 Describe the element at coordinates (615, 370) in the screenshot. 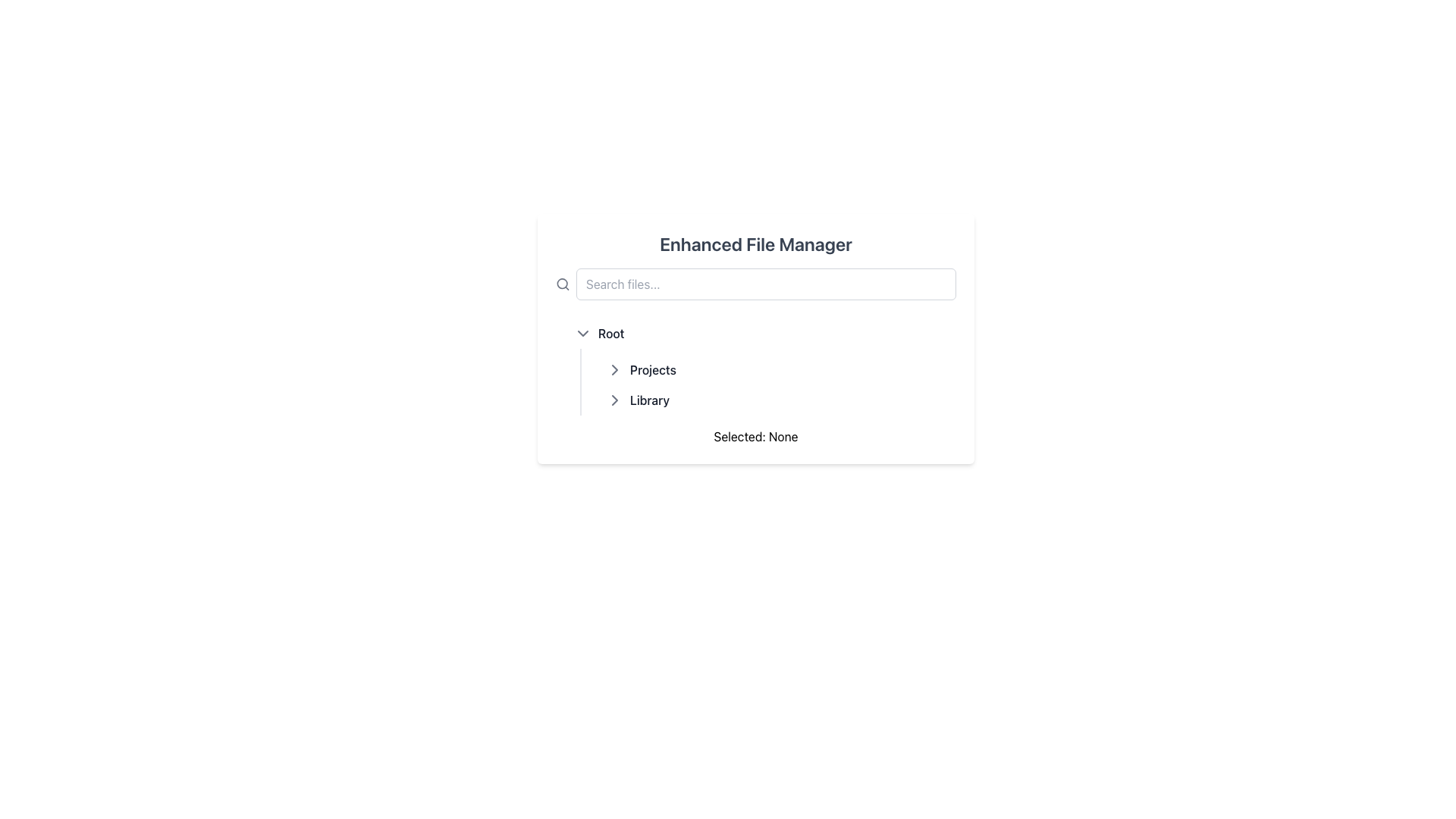

I see `the Icon Button that indicates the expand/collapse state of the 'Projects' section in the navigation tree, located under 'Root' and preceding the 'Projects' label` at that location.